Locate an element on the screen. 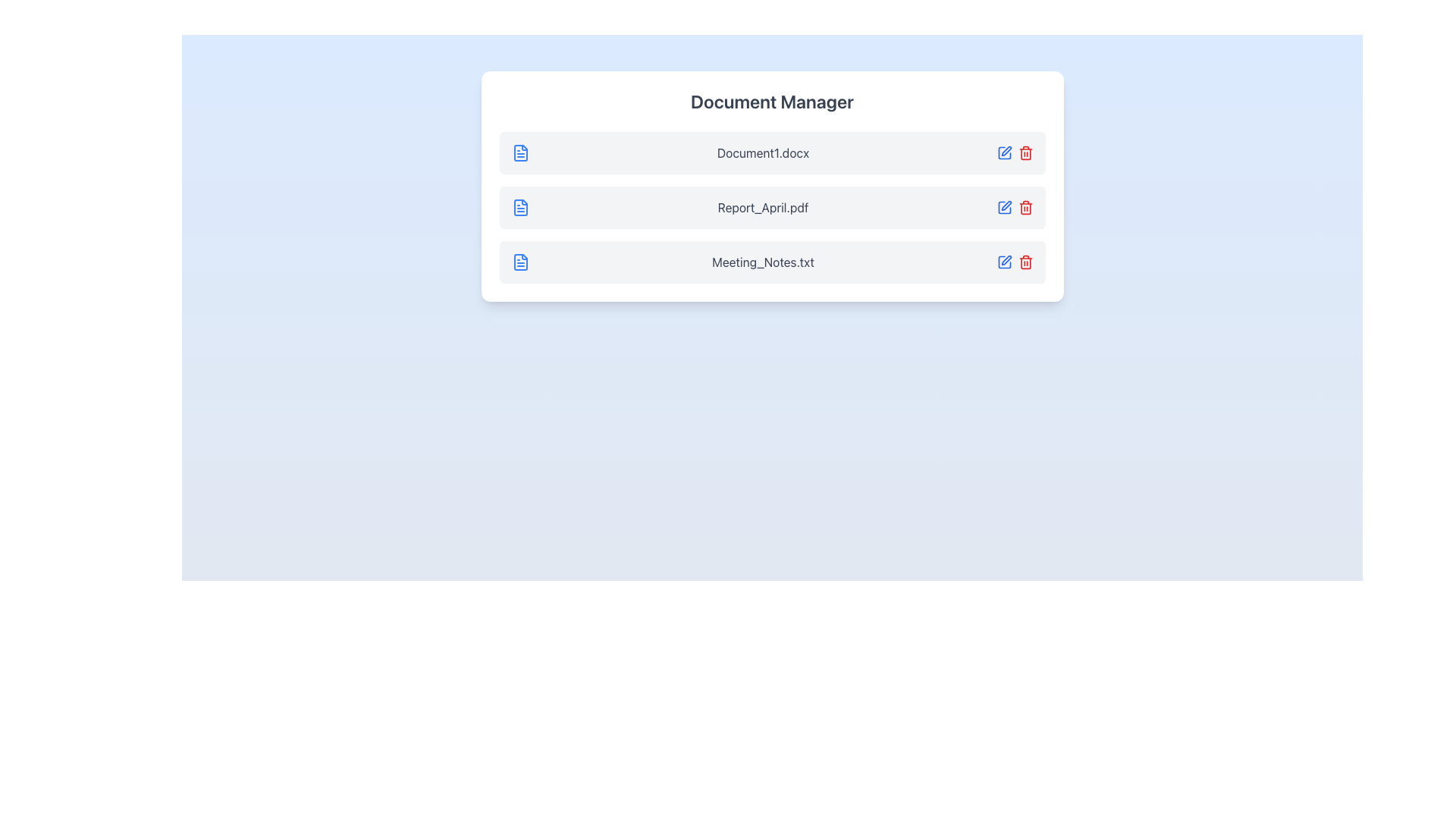  the delete icon button located in the middle row of the list, positioned to the right side of the row, after the blue edit pen icon is located at coordinates (1025, 207).